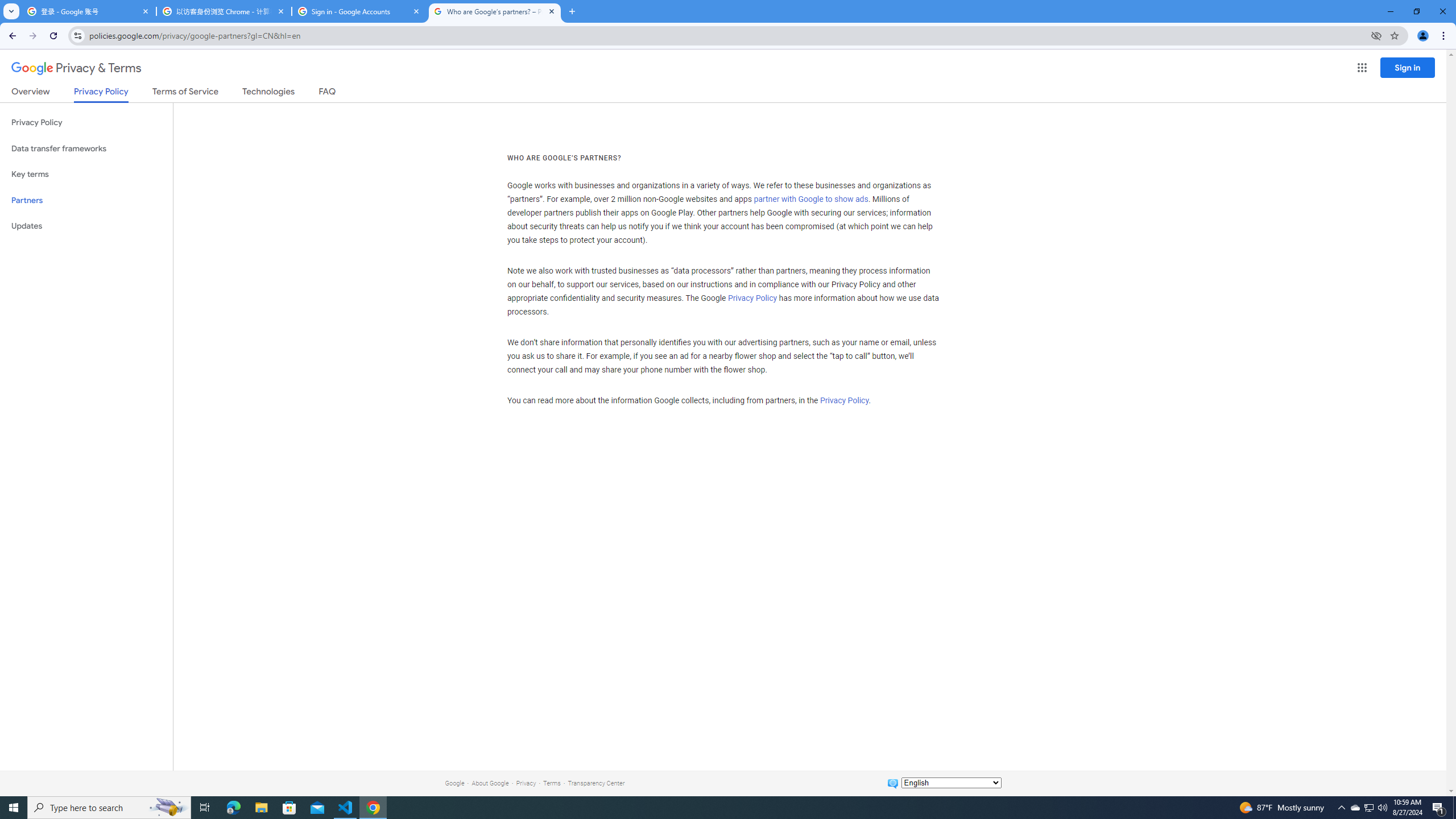 The image size is (1456, 819). Describe the element at coordinates (810, 200) in the screenshot. I see `'partner with Google to show ads'` at that location.